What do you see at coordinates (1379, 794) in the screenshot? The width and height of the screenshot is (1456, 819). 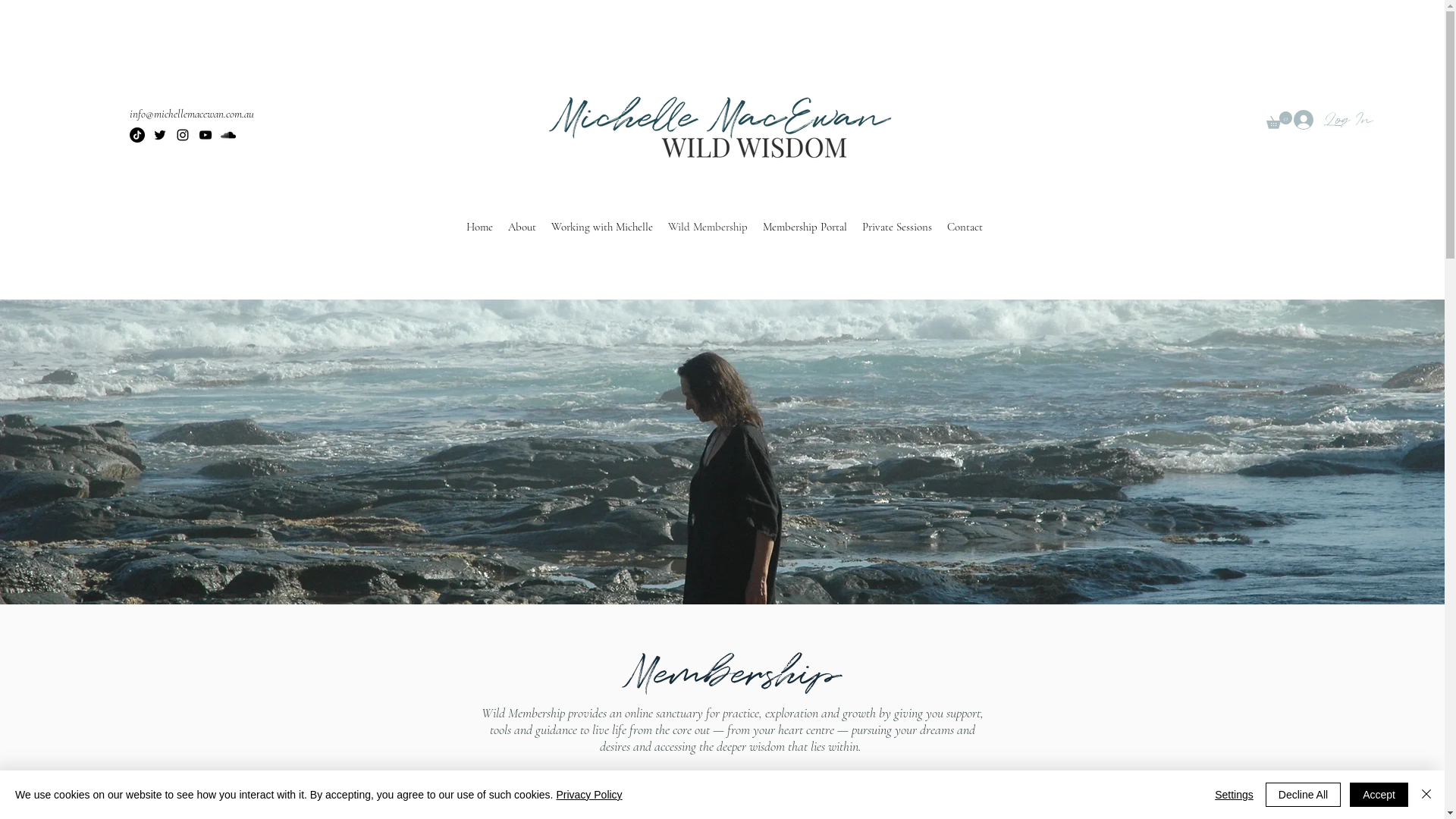 I see `'Accept'` at bounding box center [1379, 794].